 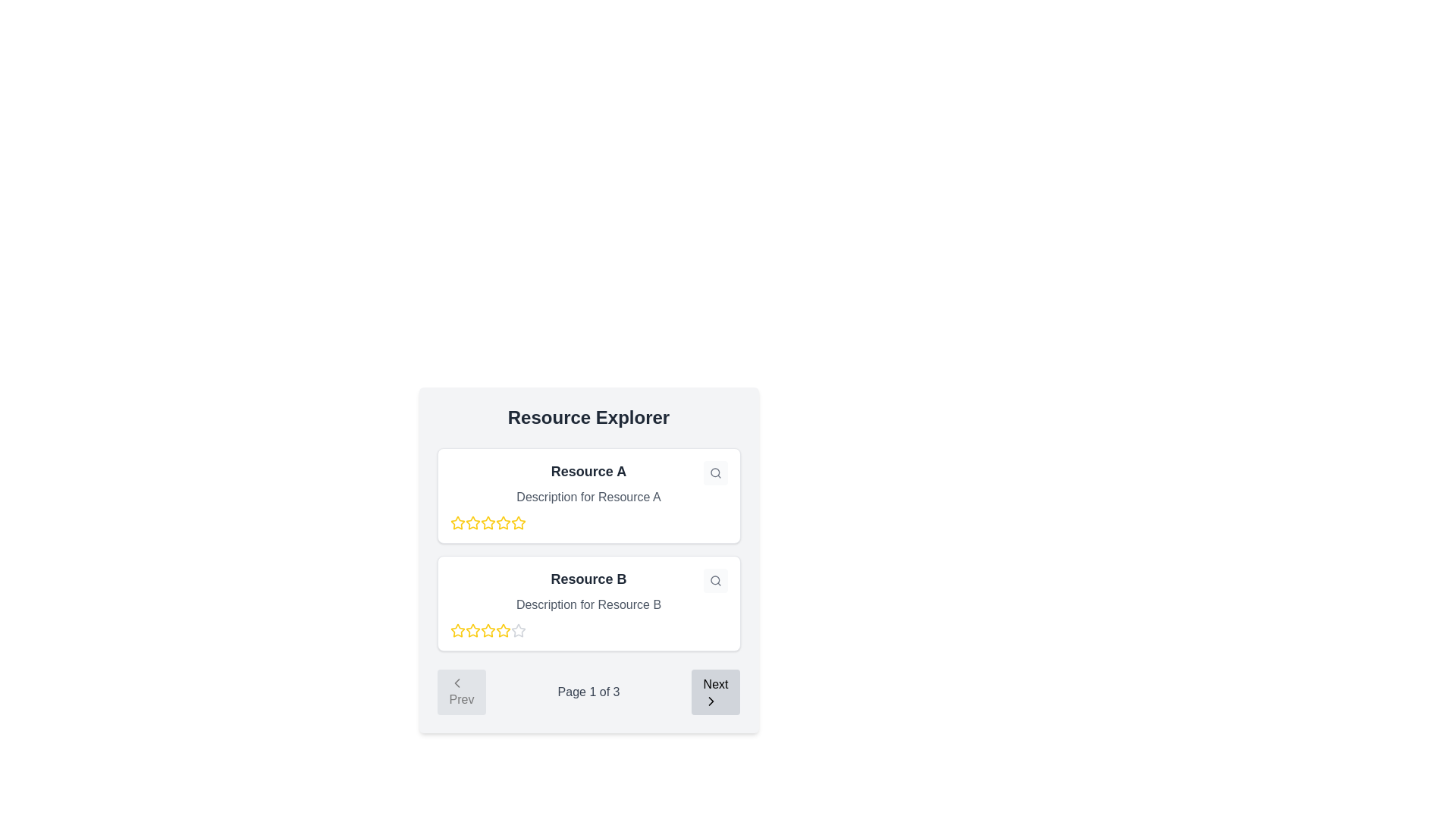 What do you see at coordinates (588, 692) in the screenshot?
I see `the static text displaying 'Page 1 of 3' that is centrally located within the pagination control bar, positioned between the 'Prev' and 'Next' buttons` at bounding box center [588, 692].